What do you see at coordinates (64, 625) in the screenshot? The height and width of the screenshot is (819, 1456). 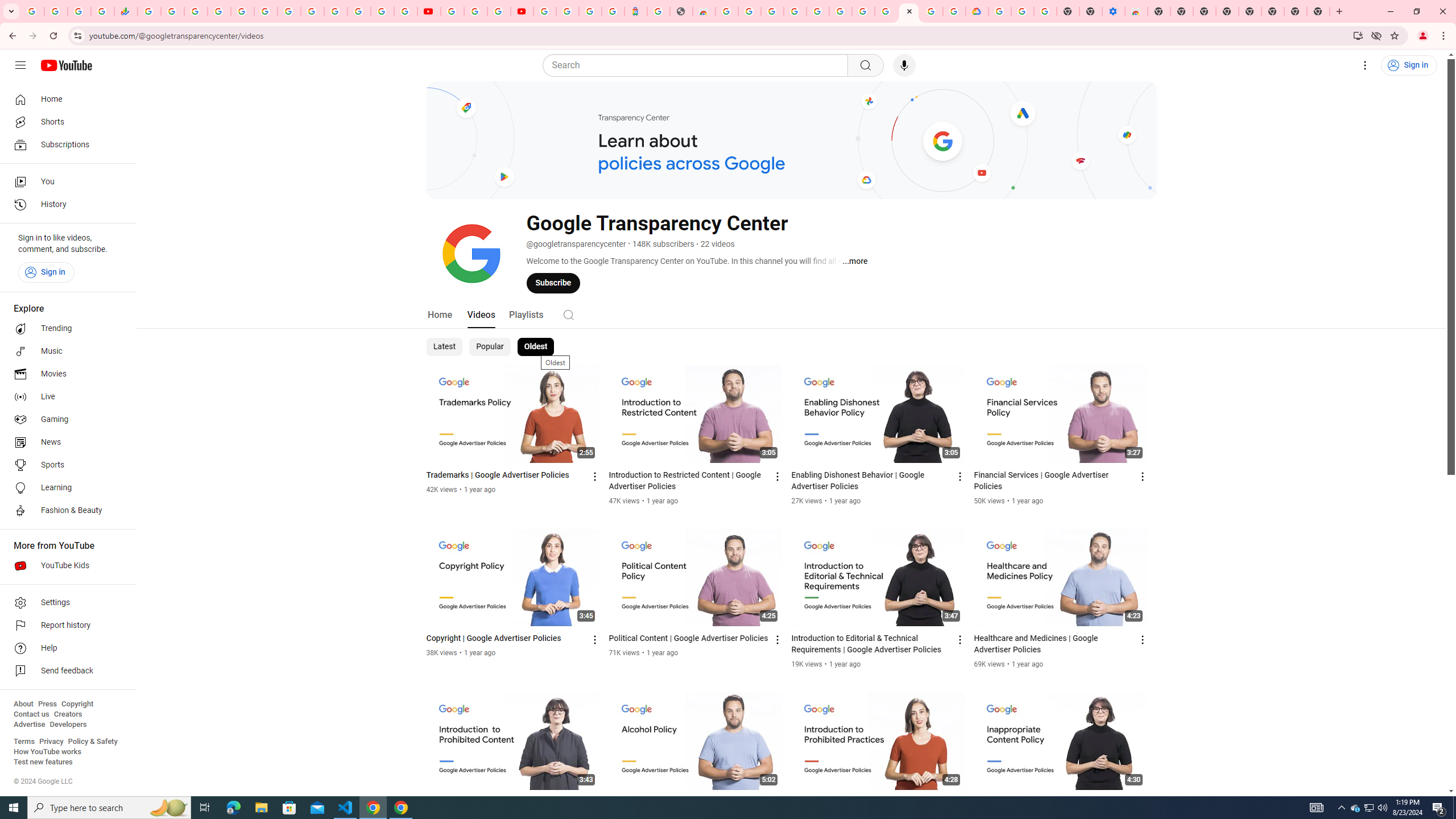 I see `'Report history'` at bounding box center [64, 625].